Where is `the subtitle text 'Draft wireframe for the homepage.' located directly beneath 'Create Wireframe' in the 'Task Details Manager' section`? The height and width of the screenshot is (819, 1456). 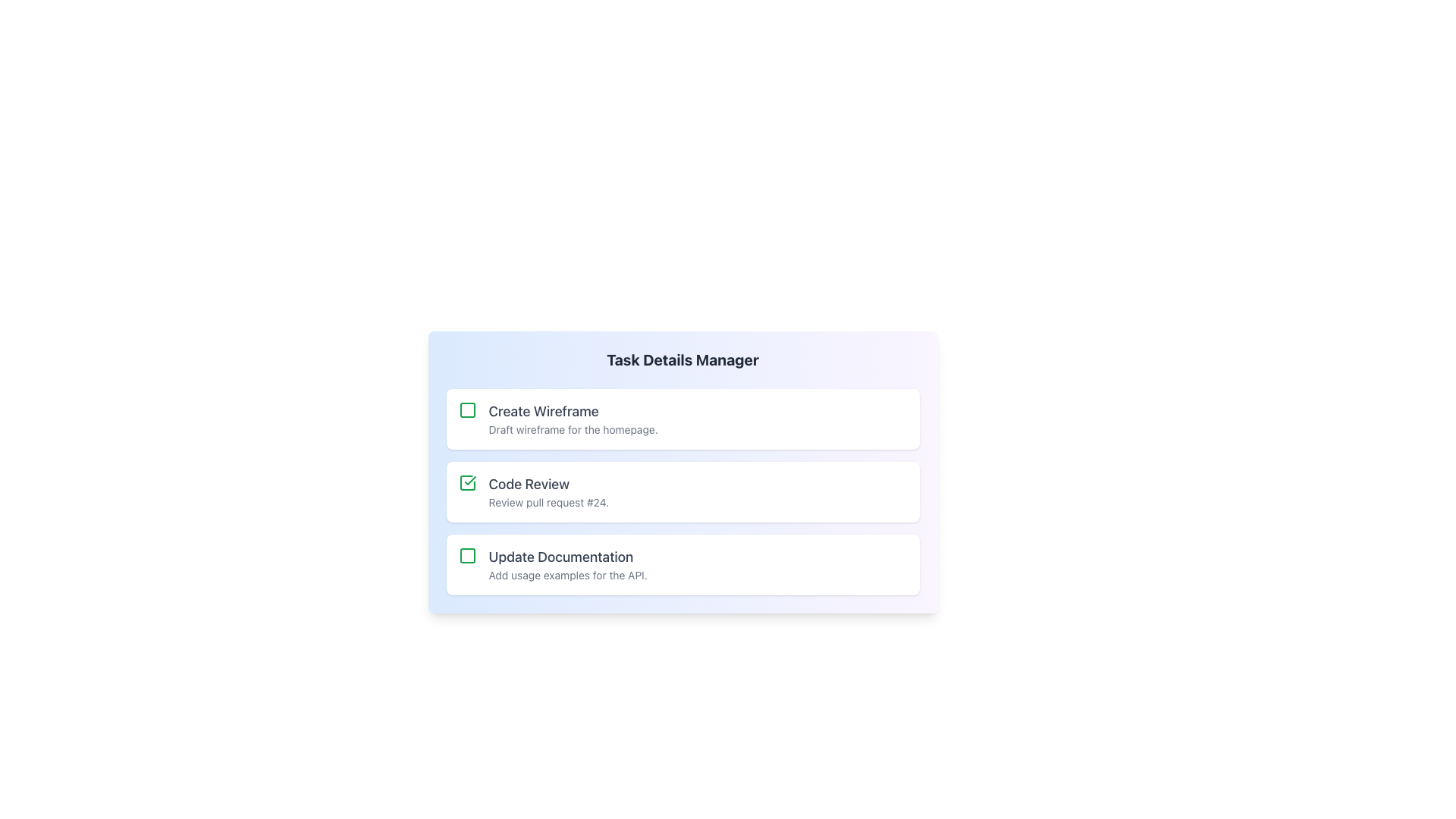 the subtitle text 'Draft wireframe for the homepage.' located directly beneath 'Create Wireframe' in the 'Task Details Manager' section is located at coordinates (573, 430).